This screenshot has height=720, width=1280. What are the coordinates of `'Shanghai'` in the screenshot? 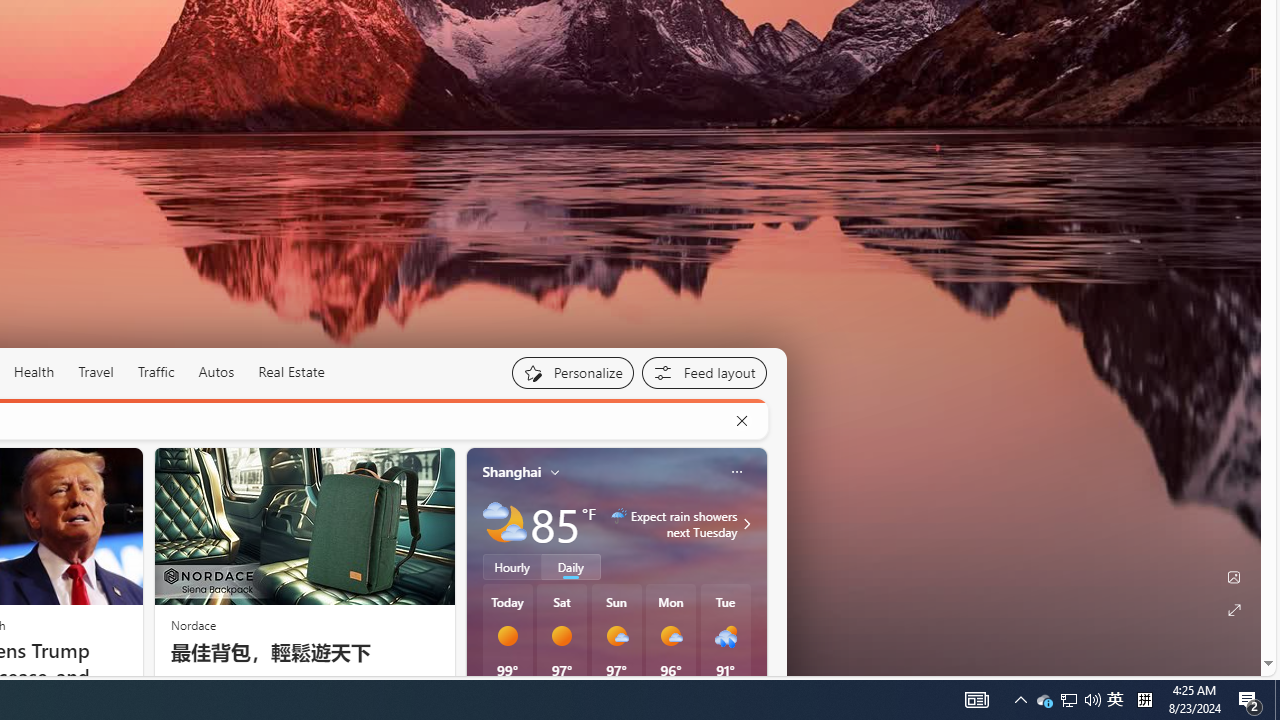 It's located at (512, 471).